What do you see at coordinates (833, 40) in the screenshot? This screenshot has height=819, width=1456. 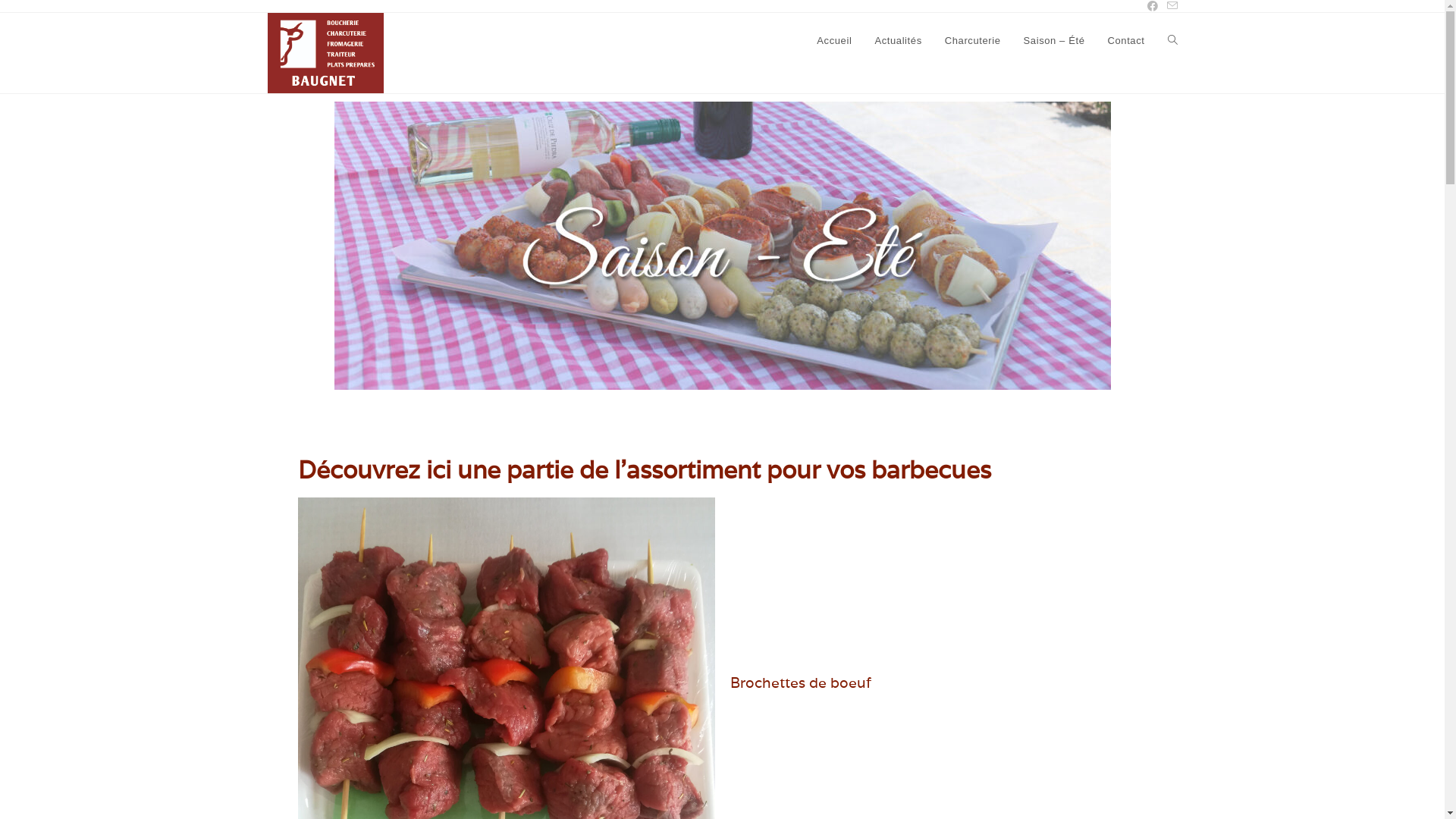 I see `'Accueil'` at bounding box center [833, 40].